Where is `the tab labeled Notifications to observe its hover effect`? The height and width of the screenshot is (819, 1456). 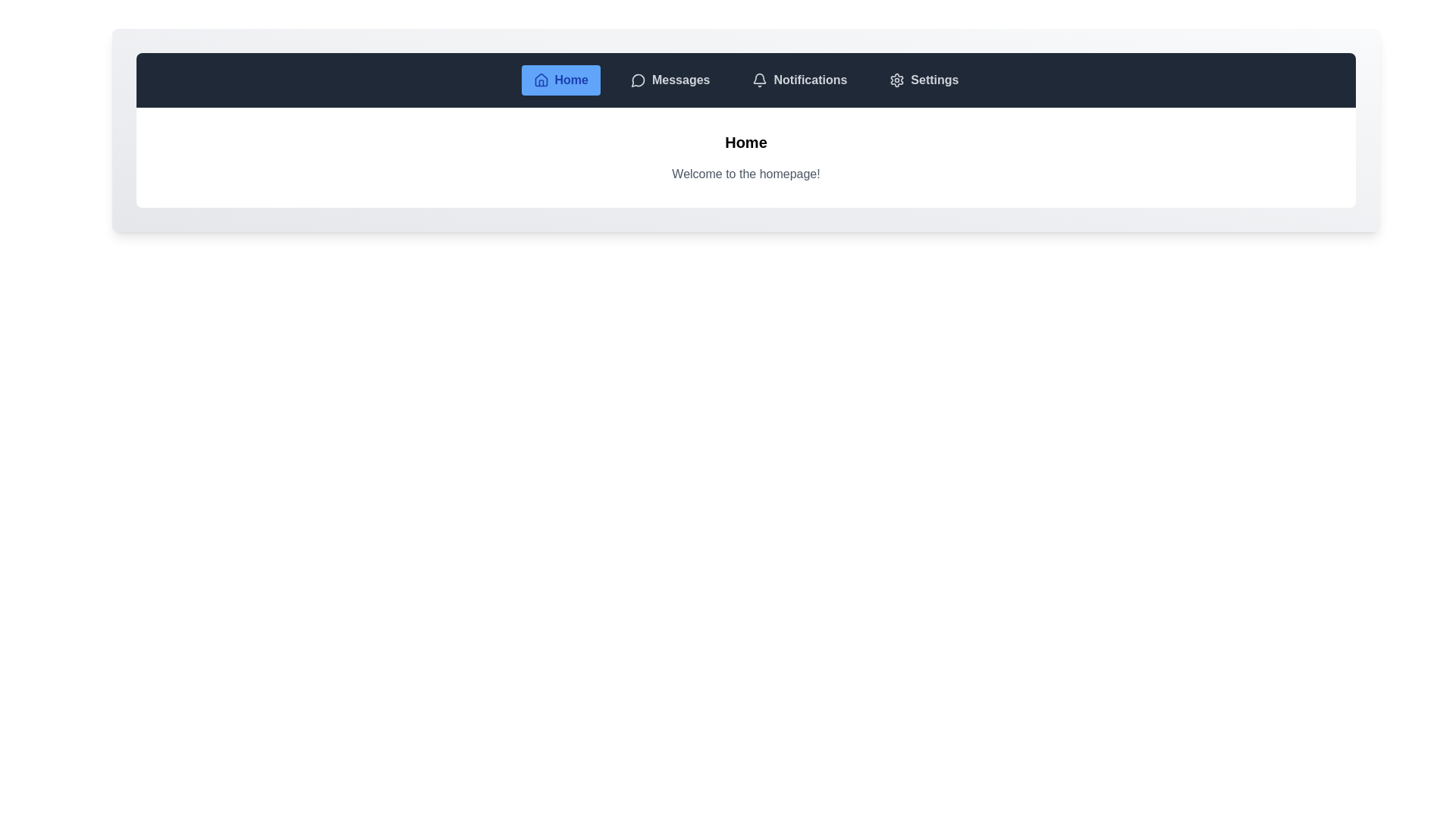
the tab labeled Notifications to observe its hover effect is located at coordinates (799, 80).